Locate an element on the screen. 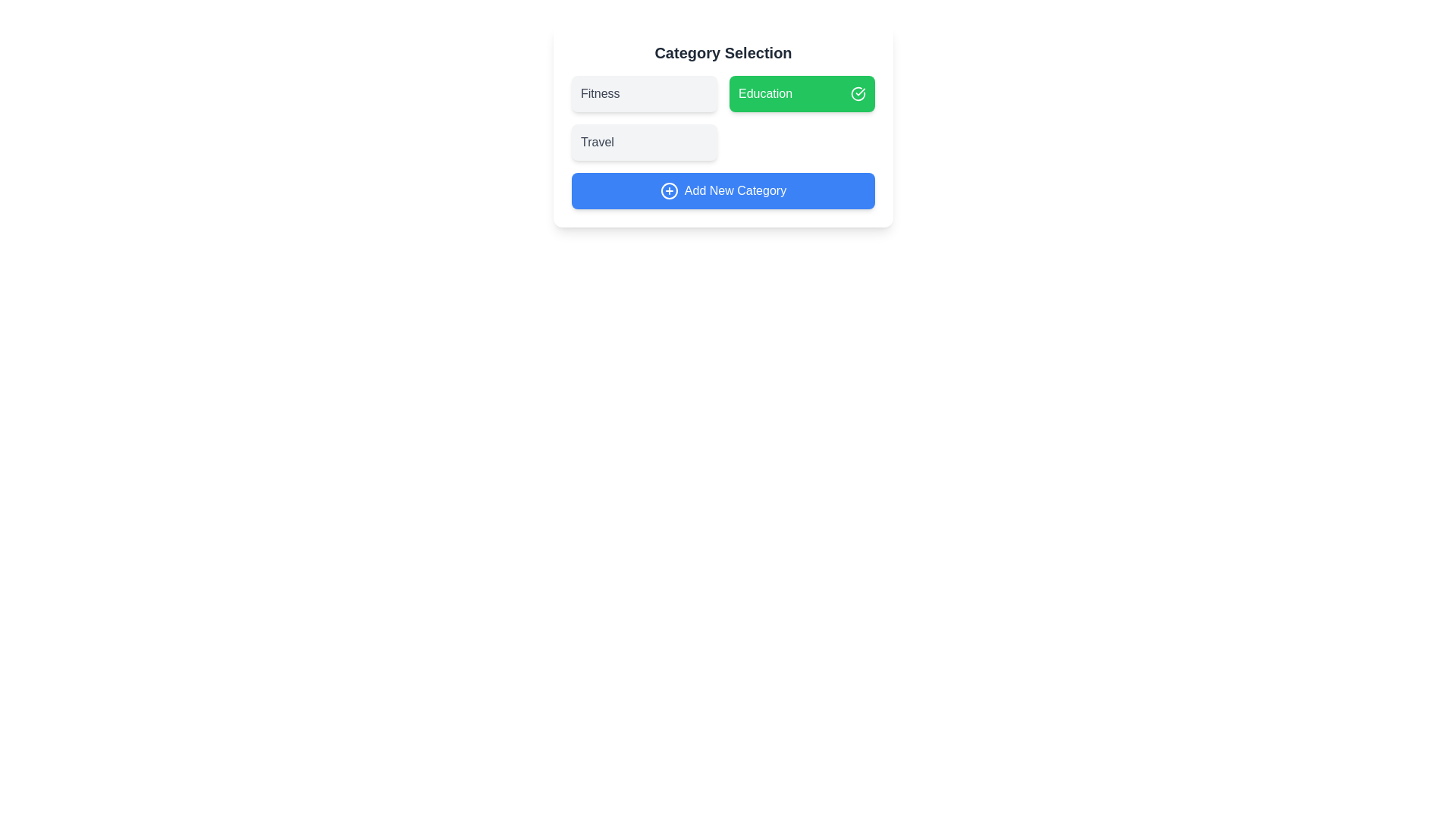 This screenshot has width=1456, height=819. the category Education is located at coordinates (801, 93).